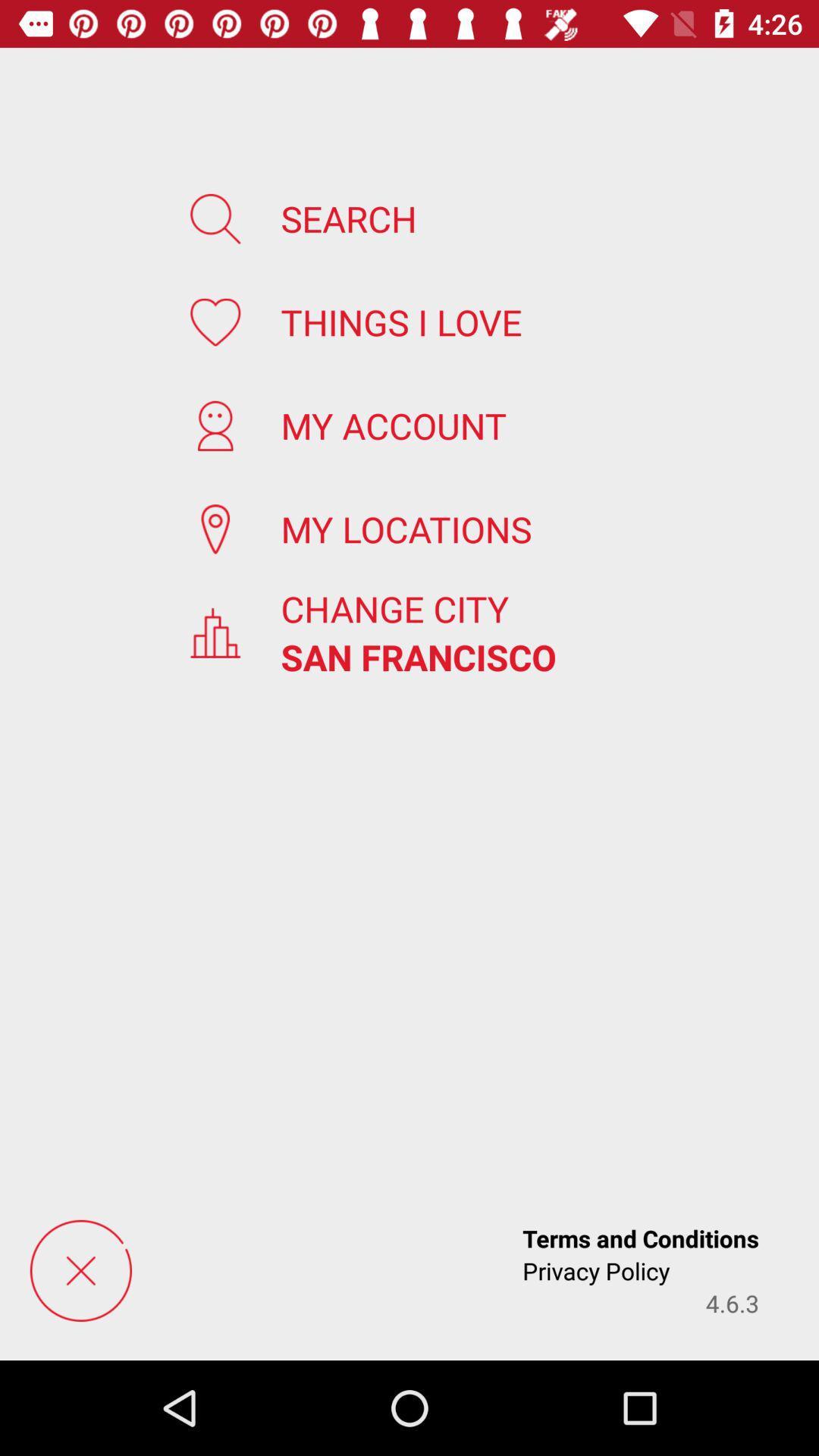 The width and height of the screenshot is (819, 1456). Describe the element at coordinates (400, 321) in the screenshot. I see `things i love app` at that location.